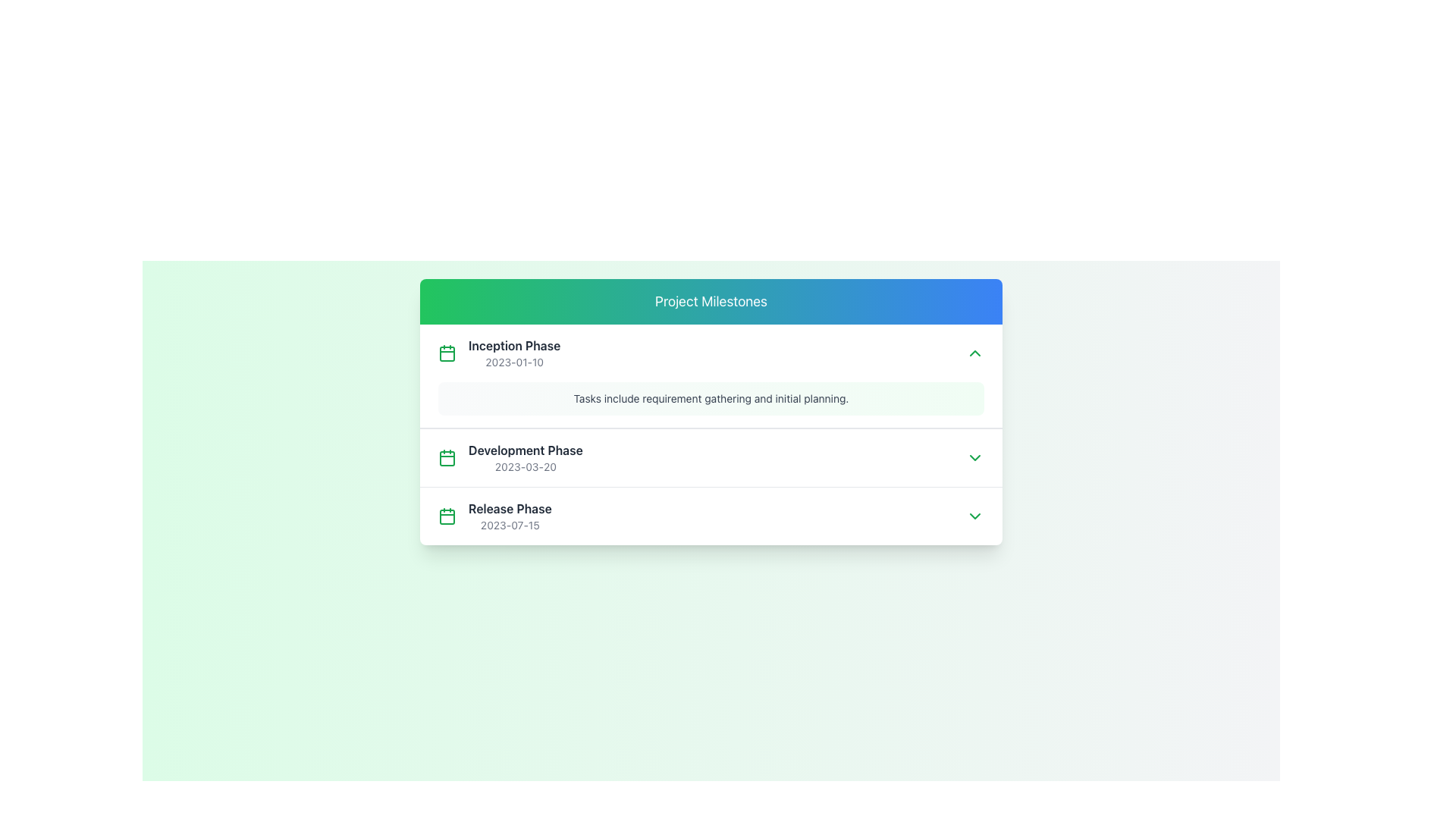  Describe the element at coordinates (447, 353) in the screenshot. I see `the green minimalistic calendar icon representing the milestone 'Inception Phase' located to the left of the details '2023-01-10'` at that location.